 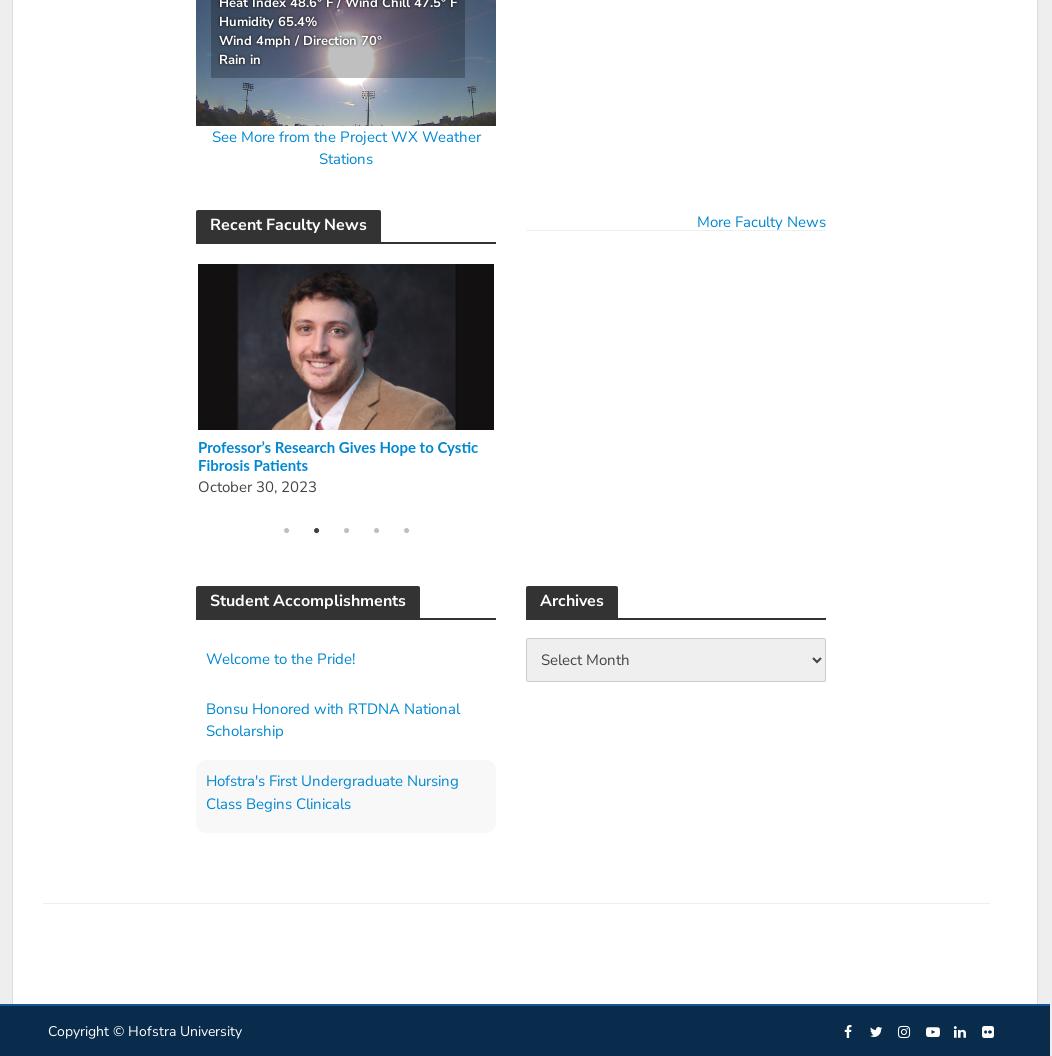 I want to click on 'October 30, 2023', so click(x=253, y=486).